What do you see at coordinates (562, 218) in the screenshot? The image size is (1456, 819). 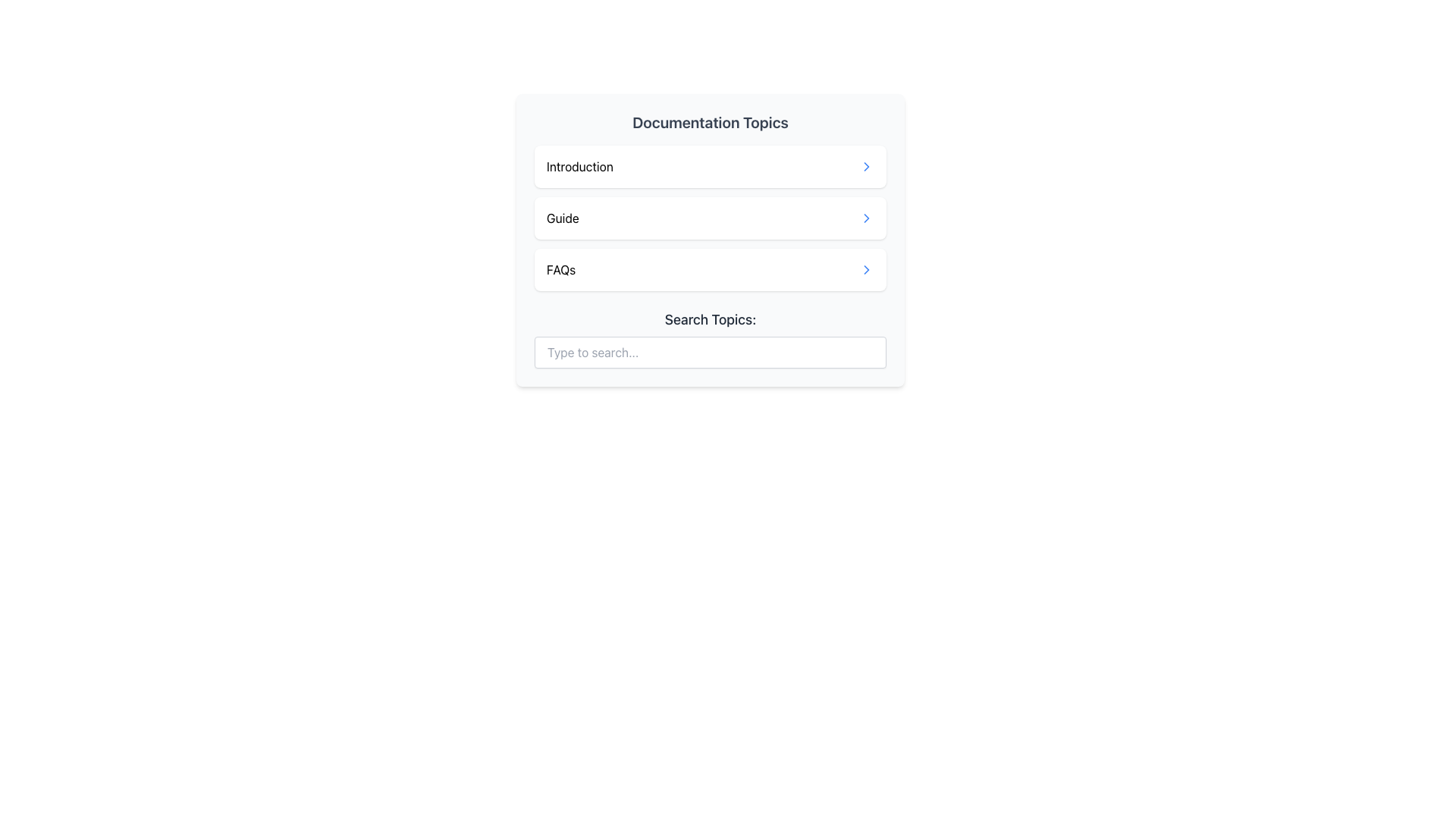 I see `the textual label 'Guide' which is centrally aligned within the 'Documentation Topics' list, located below 'Introduction' and above 'FAQs'` at bounding box center [562, 218].